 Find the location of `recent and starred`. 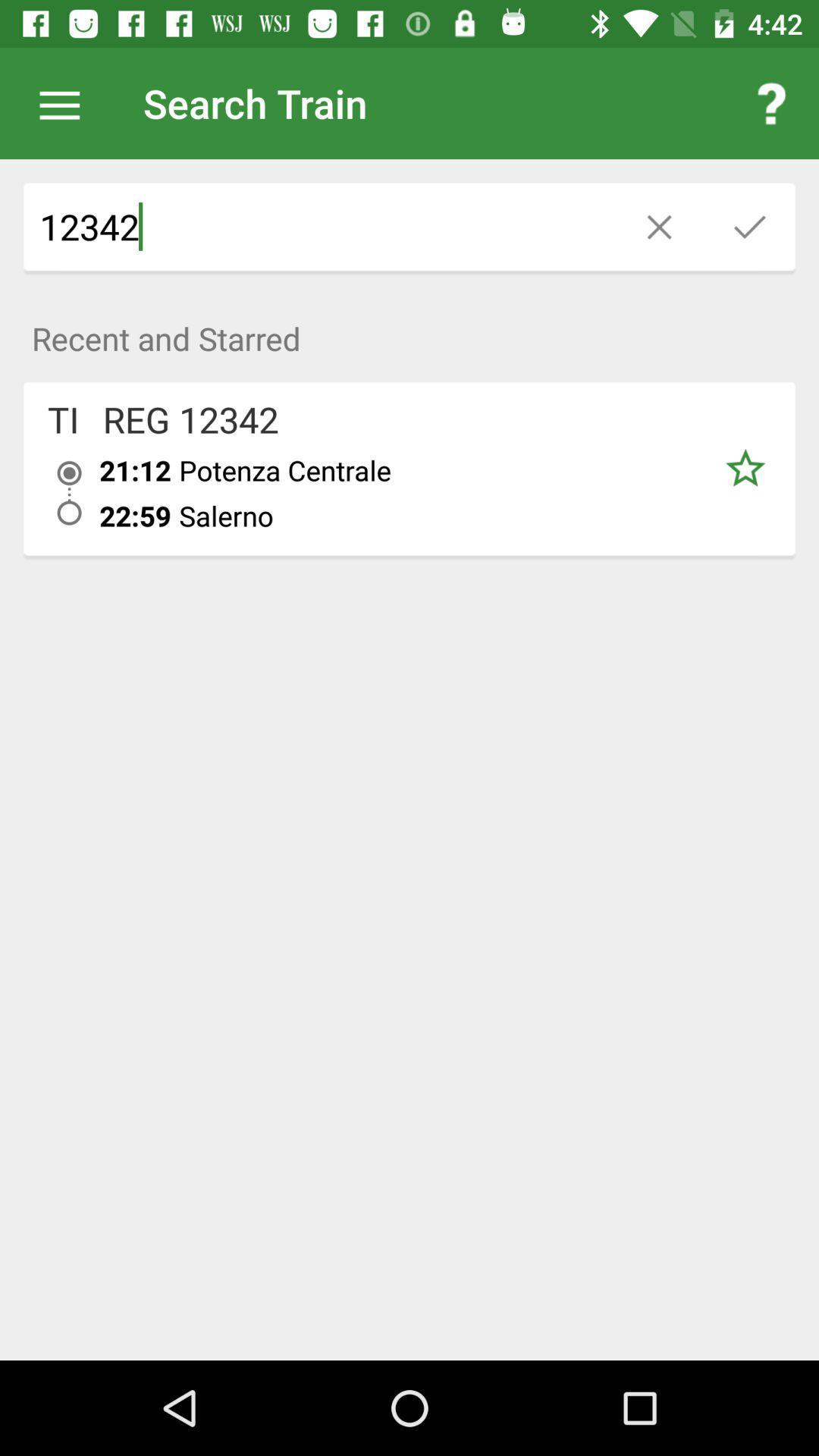

recent and starred is located at coordinates (409, 329).